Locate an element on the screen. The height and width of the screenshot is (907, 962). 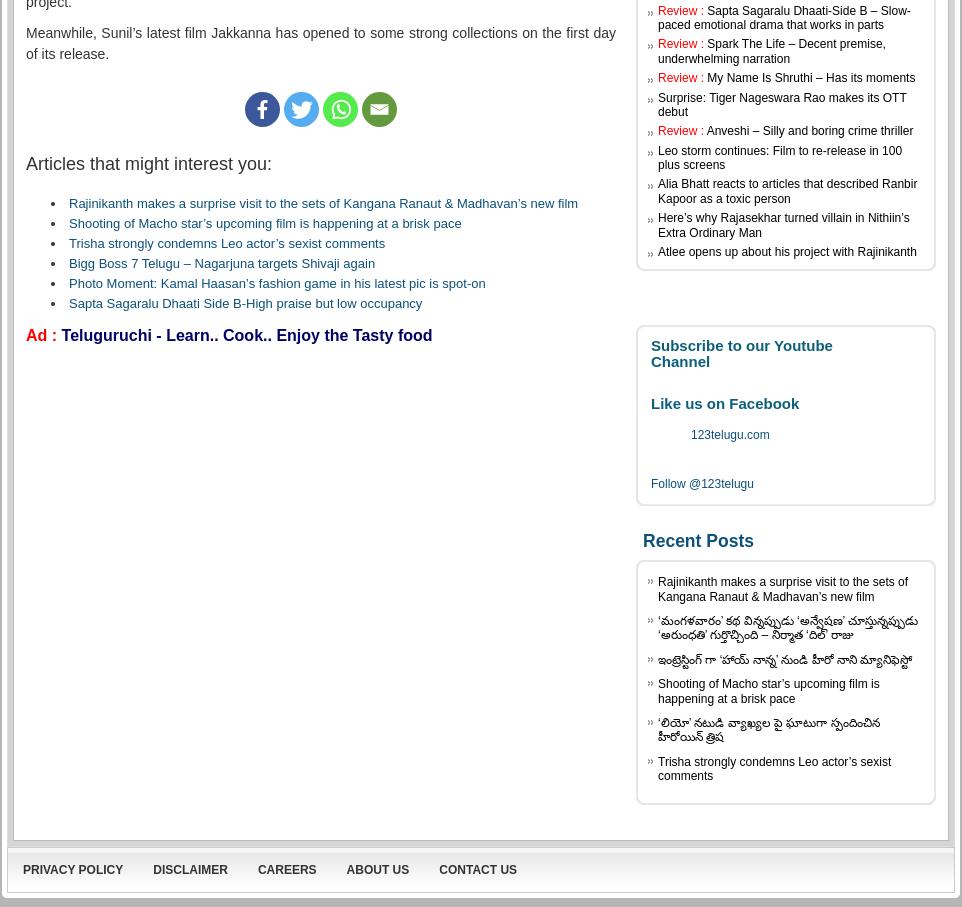
'Surprise: Tiger Nageswara Rao makes its OTT debut' is located at coordinates (781, 103).